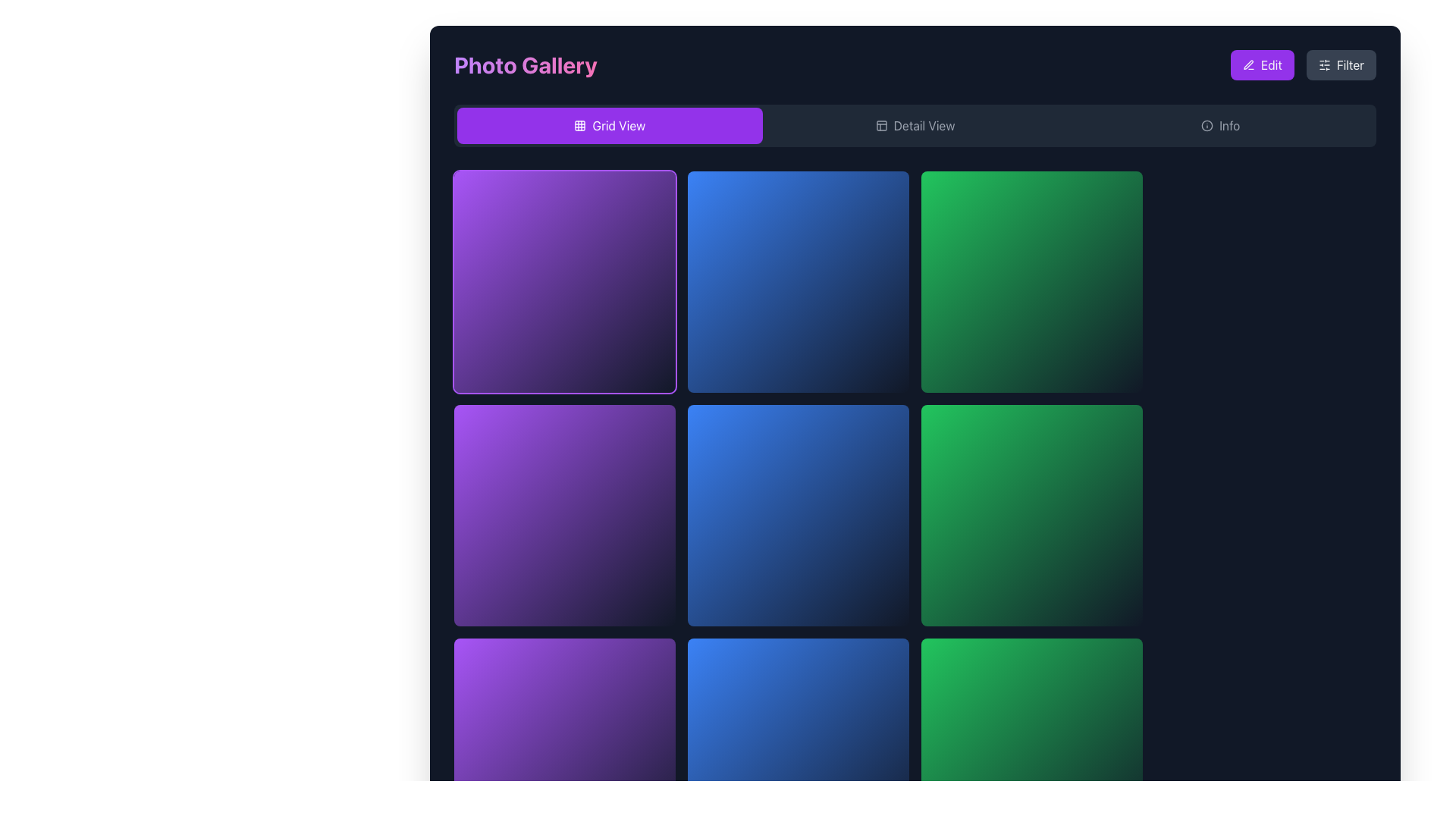  I want to click on the text label displaying 'Photo Gallery' which is located at the top-left corner of the interface, featuring a bold, large font with a purple to pink gradient, so click(526, 64).